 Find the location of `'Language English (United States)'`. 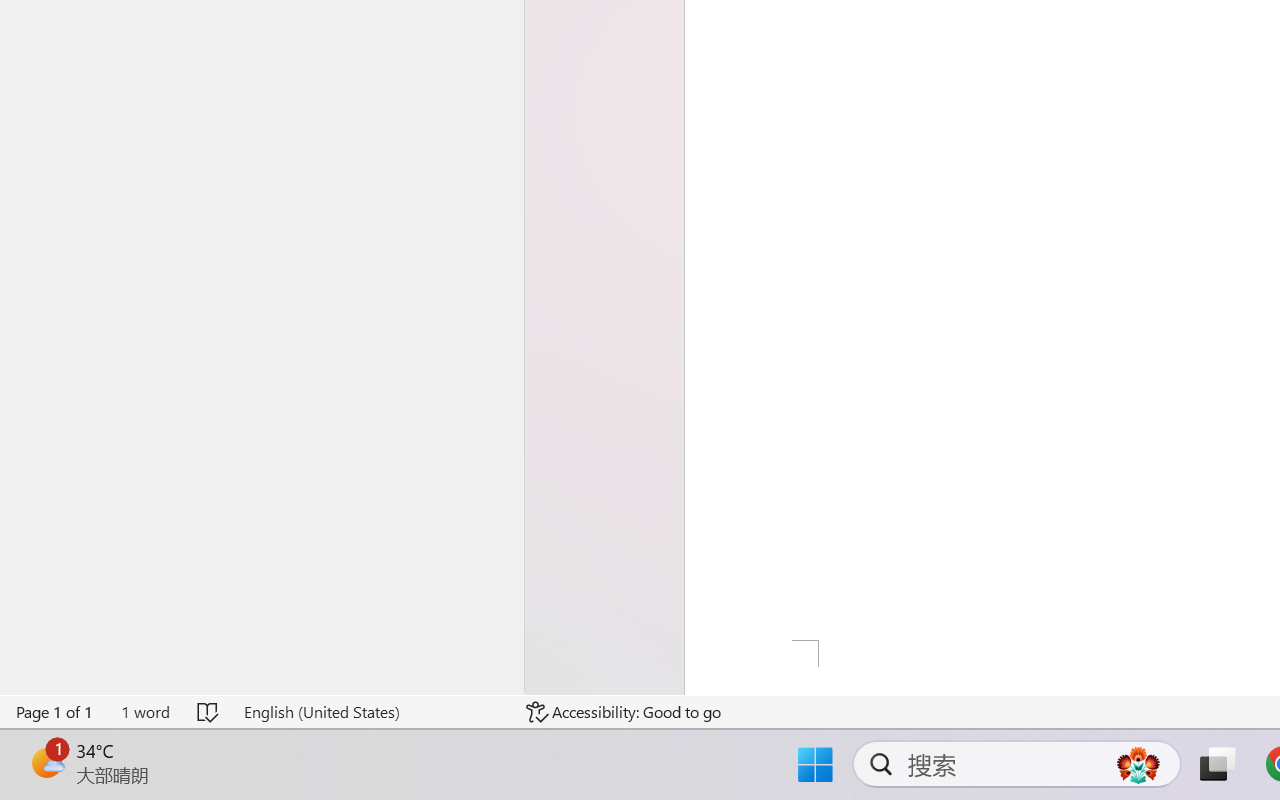

'Language English (United States)' is located at coordinates (371, 711).